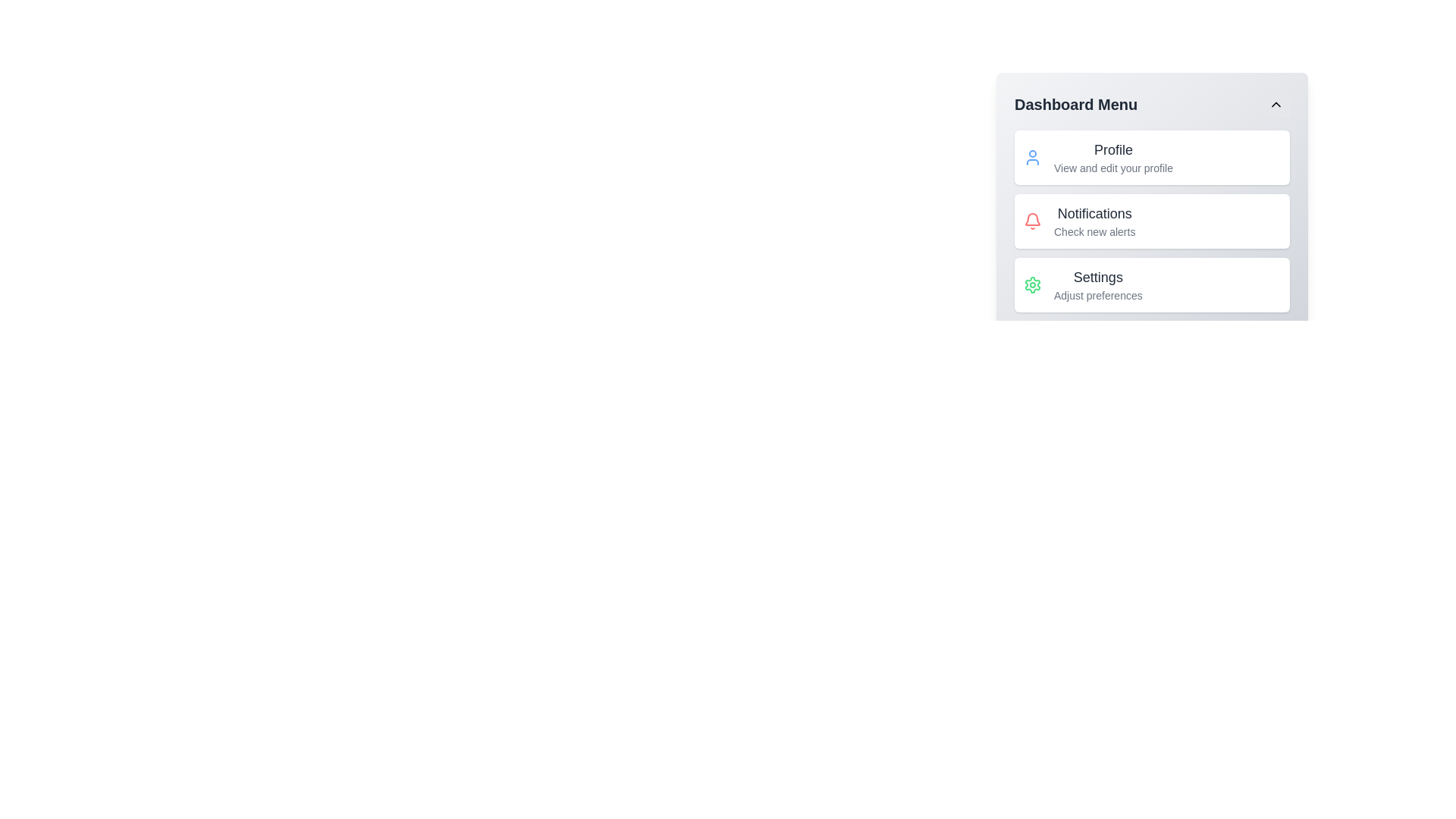 This screenshot has height=819, width=1456. I want to click on the toggle button to expand or collapse the menu, so click(1276, 104).